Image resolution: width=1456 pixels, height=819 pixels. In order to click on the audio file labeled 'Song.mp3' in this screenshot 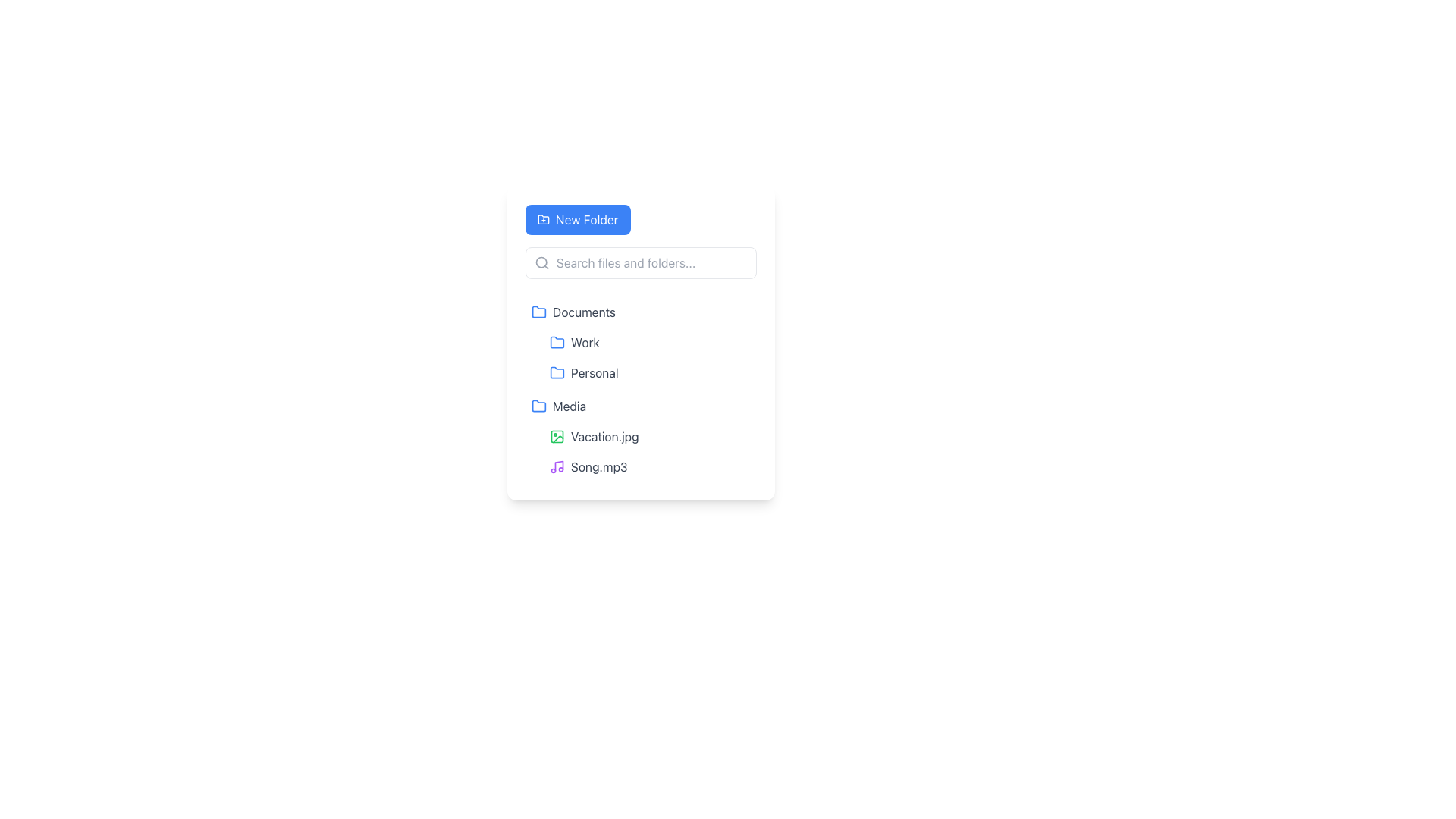, I will do `click(641, 466)`.